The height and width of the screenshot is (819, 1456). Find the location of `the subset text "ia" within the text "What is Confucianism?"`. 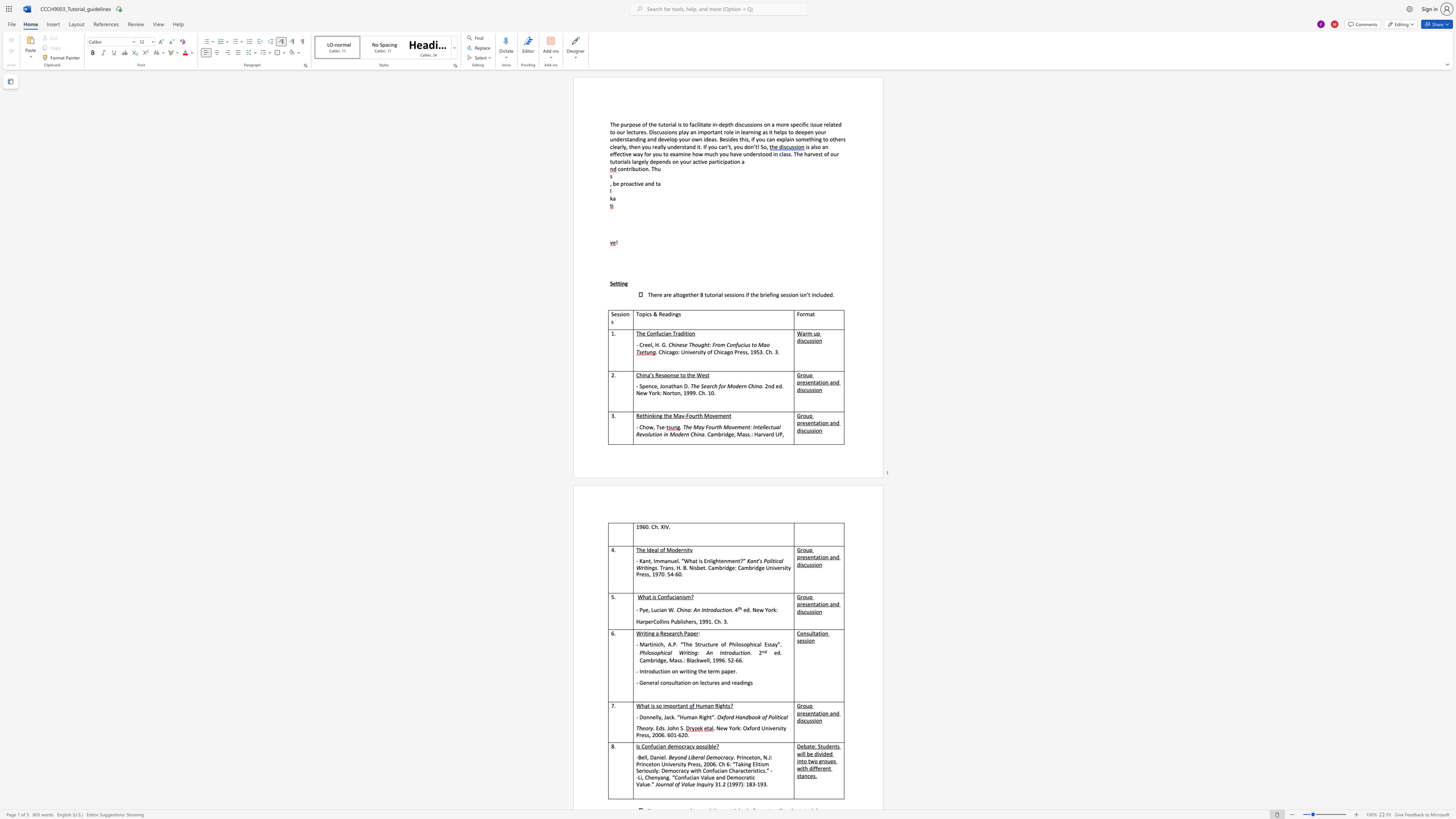

the subset text "ia" within the text "What is Confucianism?" is located at coordinates (674, 596).